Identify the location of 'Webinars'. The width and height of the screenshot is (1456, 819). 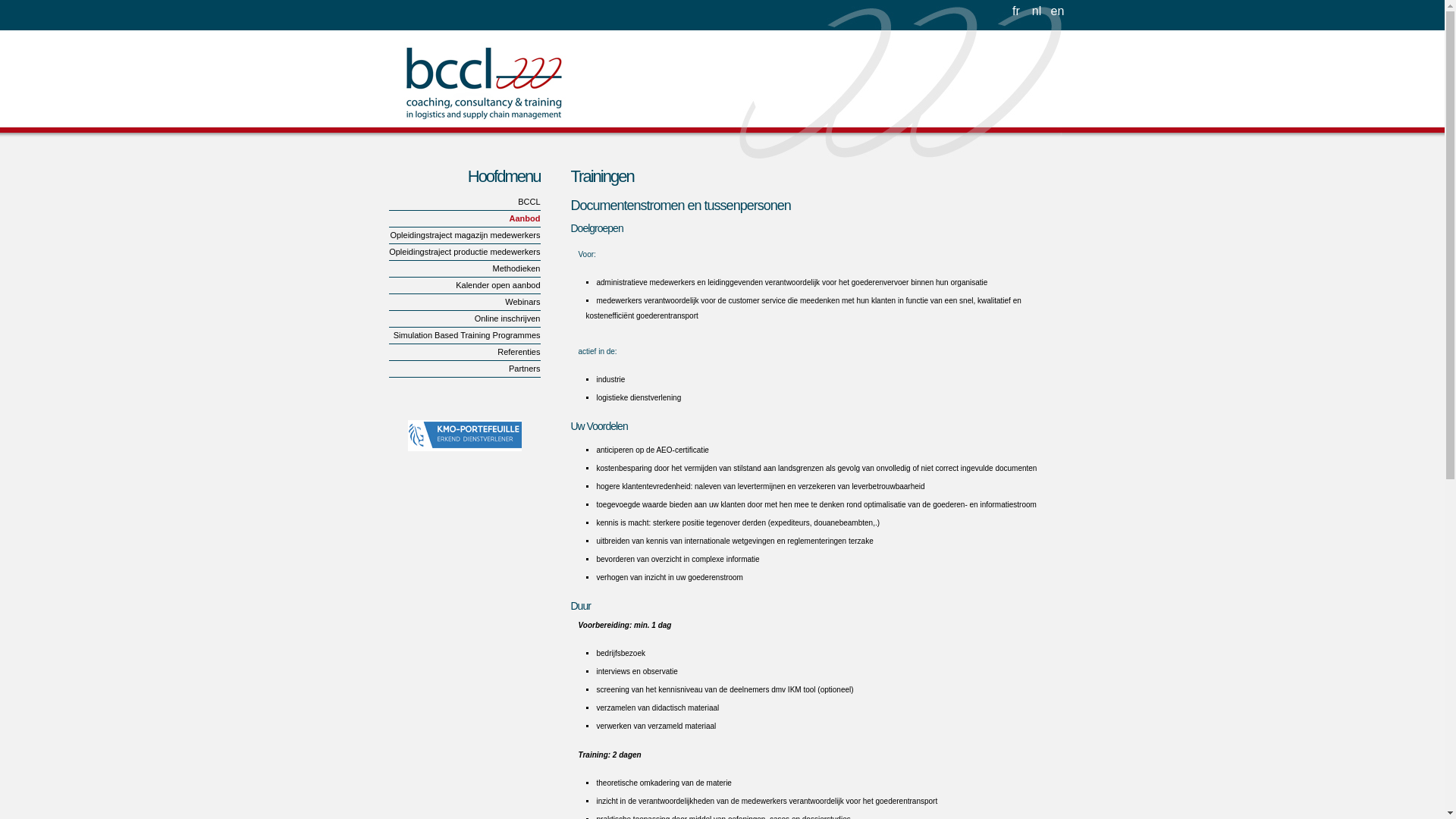
(463, 302).